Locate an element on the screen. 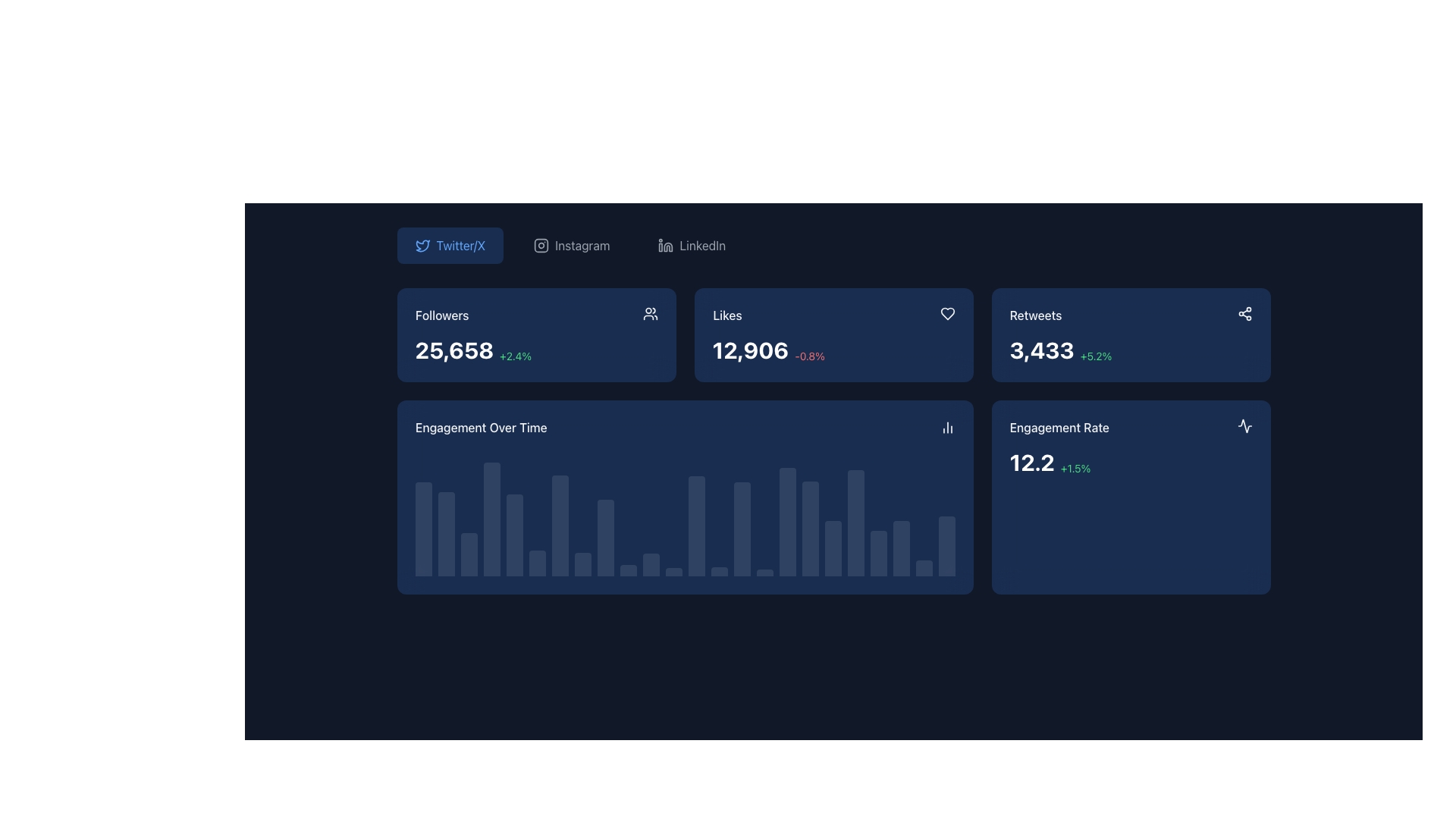 The height and width of the screenshot is (819, 1456). the ninth graphical bar in the data visualization chart titled 'Engagement Over Time', which represents user engagement metrics is located at coordinates (604, 537).